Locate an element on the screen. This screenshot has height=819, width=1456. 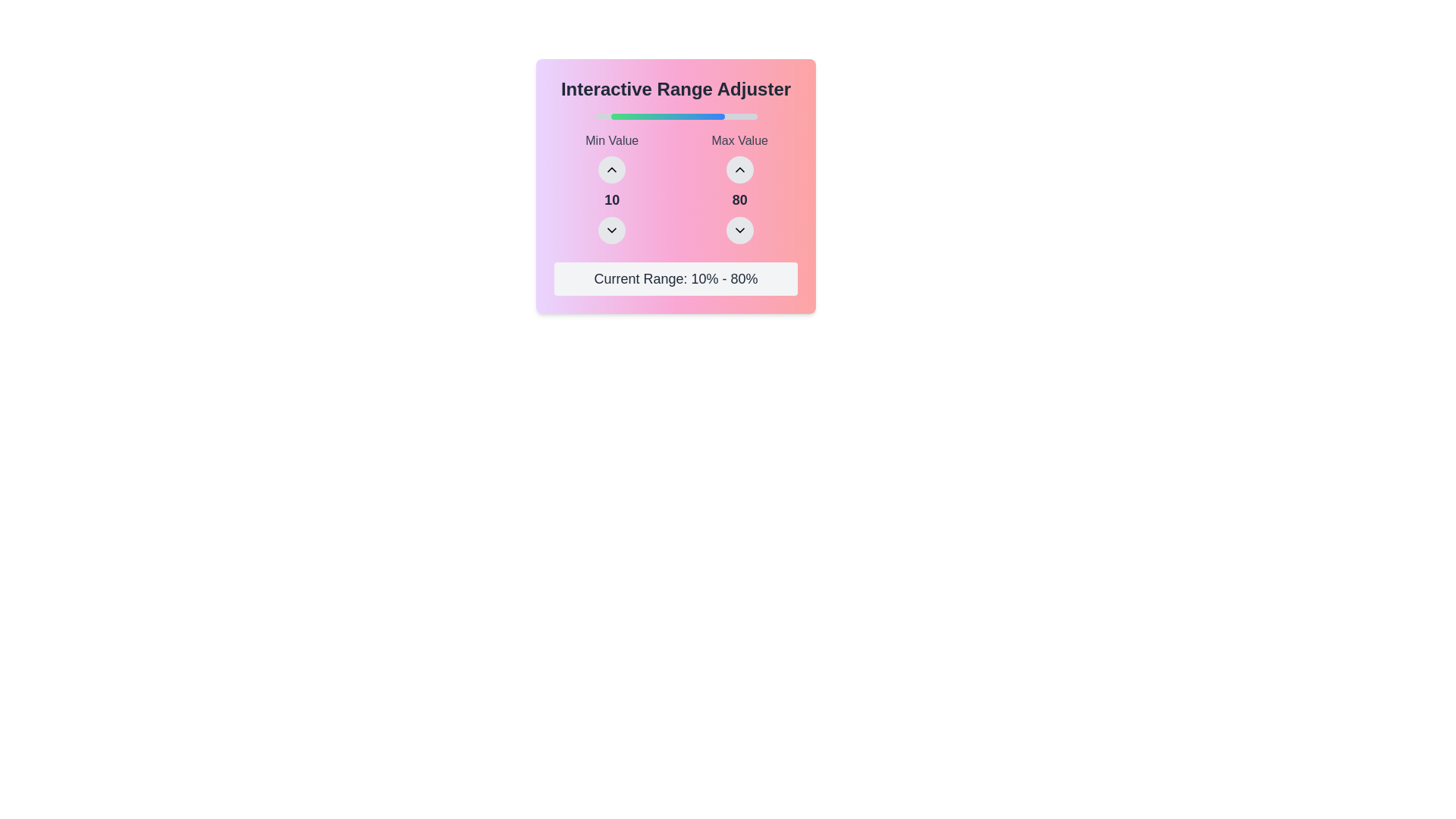
the downward-pointing chevron icon button, which is part of the 'Max Value' control in the 'Interactive Range Adjuster' panel is located at coordinates (739, 231).